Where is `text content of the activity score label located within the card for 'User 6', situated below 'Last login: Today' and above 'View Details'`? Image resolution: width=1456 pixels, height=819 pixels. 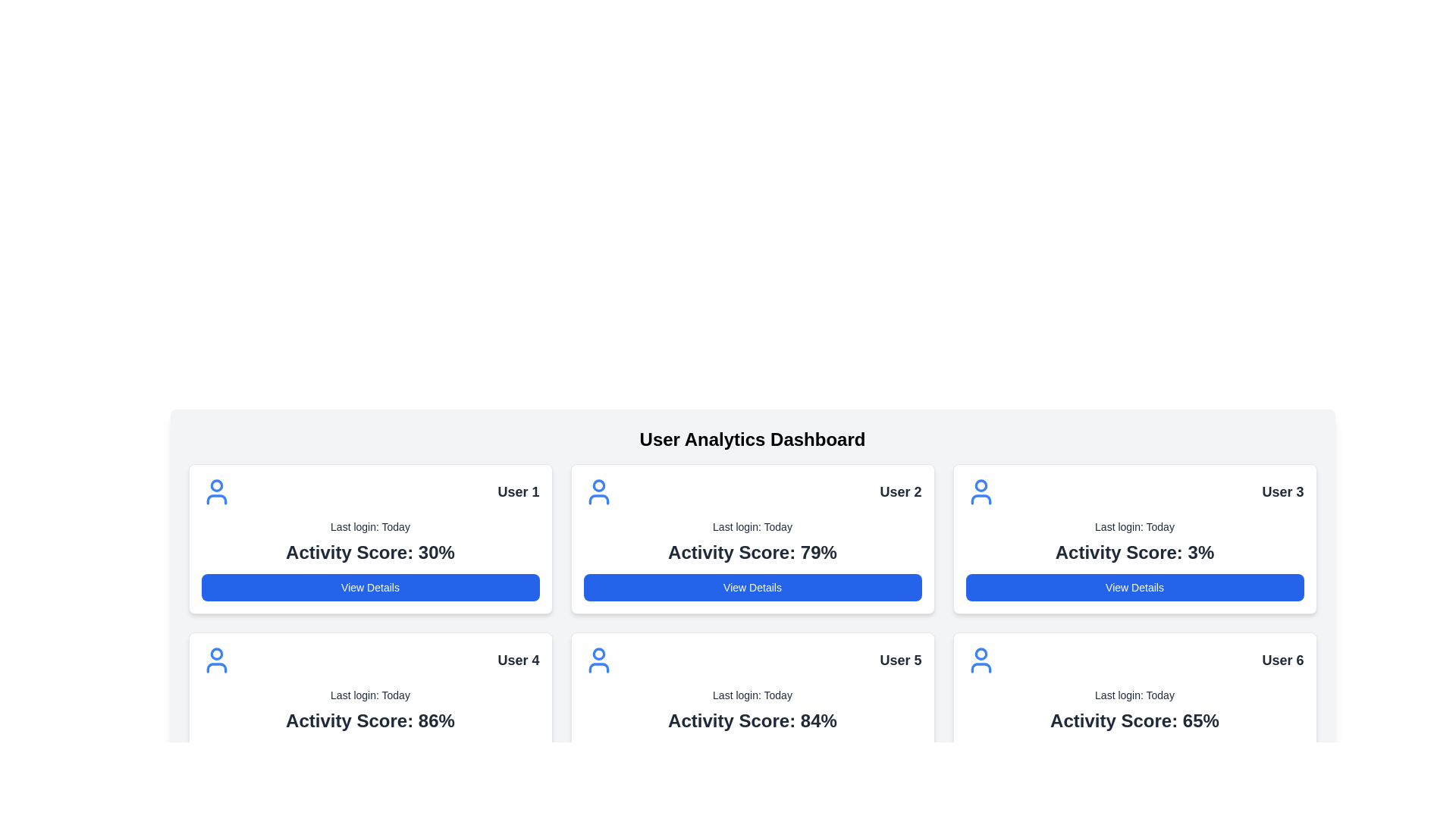
text content of the activity score label located within the card for 'User 6', situated below 'Last login: Today' and above 'View Details' is located at coordinates (1134, 720).